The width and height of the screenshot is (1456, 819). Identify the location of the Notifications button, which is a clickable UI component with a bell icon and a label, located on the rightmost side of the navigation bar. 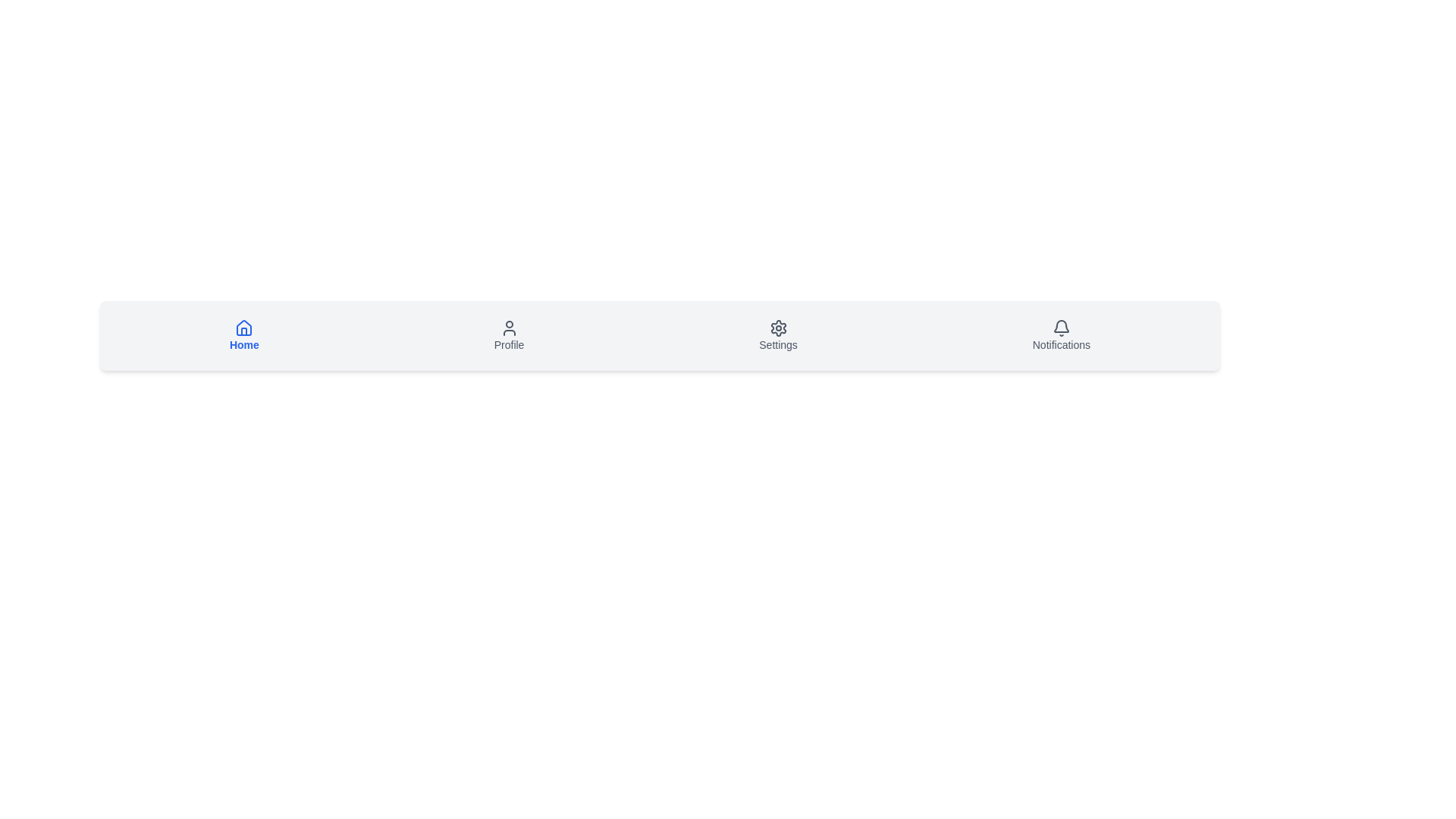
(1060, 335).